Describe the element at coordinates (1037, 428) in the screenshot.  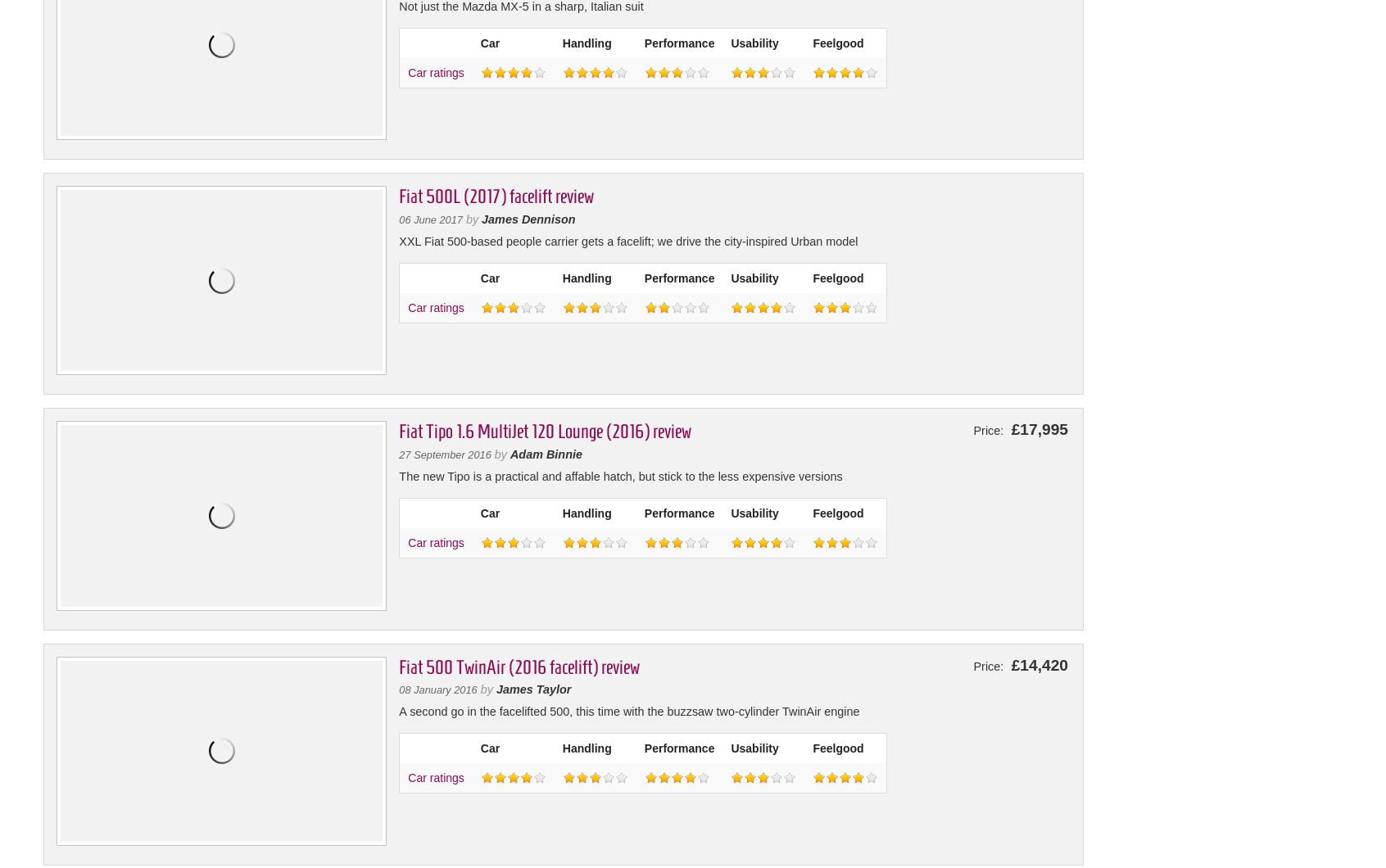
I see `'£17,995'` at that location.